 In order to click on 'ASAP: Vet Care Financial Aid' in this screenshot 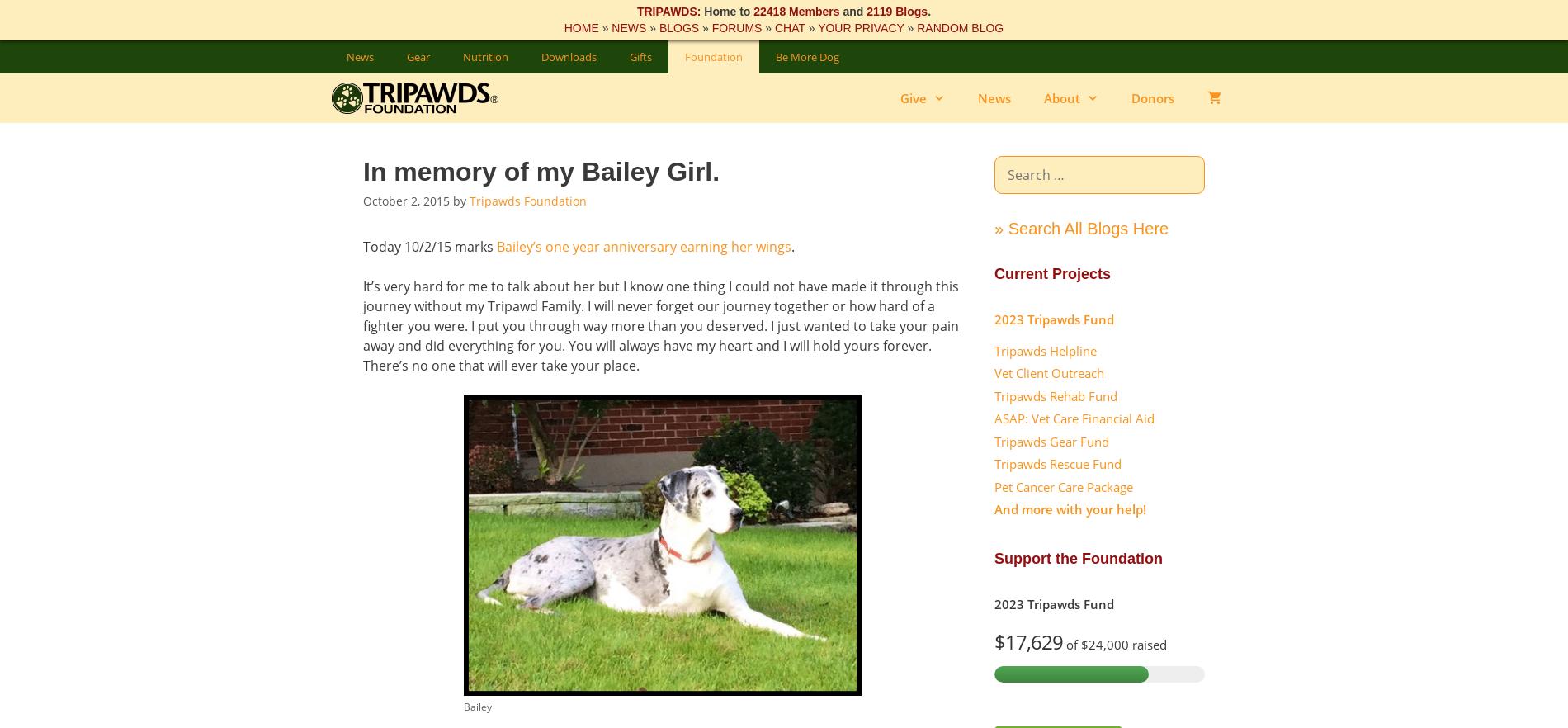, I will do `click(1074, 418)`.